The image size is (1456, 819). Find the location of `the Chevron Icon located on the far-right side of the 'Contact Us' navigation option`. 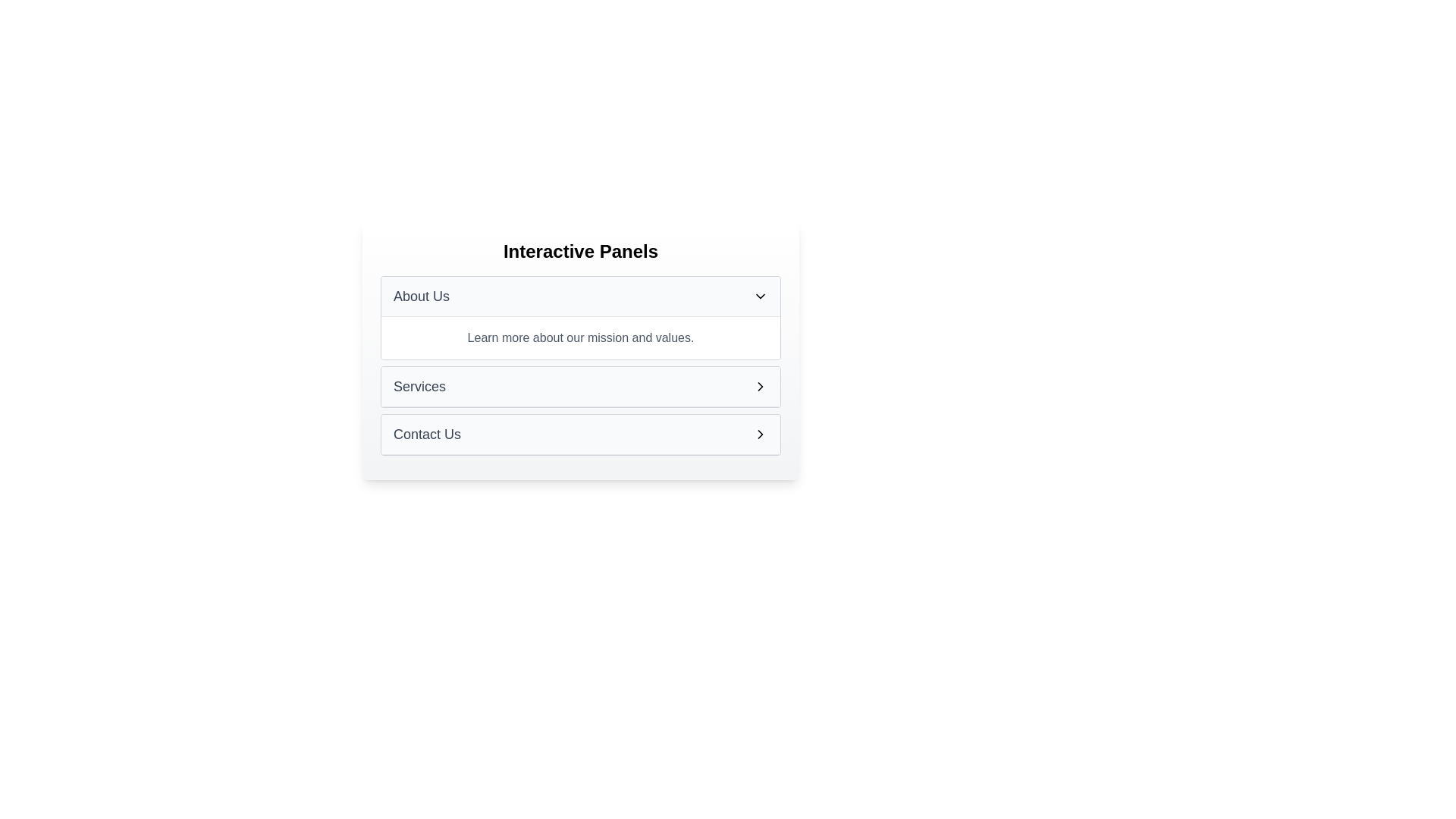

the Chevron Icon located on the far-right side of the 'Contact Us' navigation option is located at coordinates (761, 435).